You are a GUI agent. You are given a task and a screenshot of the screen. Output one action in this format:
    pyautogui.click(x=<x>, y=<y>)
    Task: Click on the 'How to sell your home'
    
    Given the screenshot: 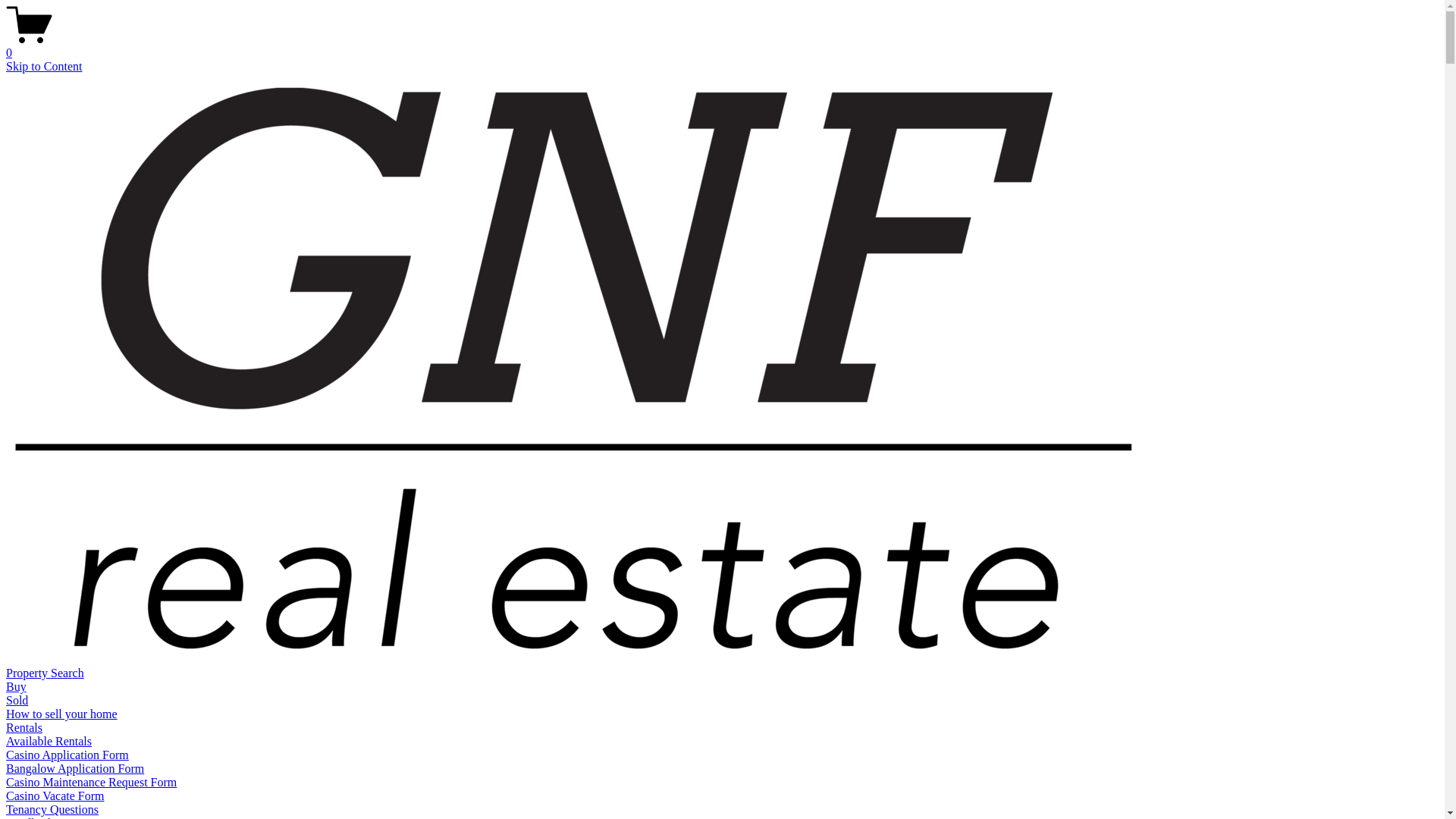 What is the action you would take?
    pyautogui.click(x=61, y=714)
    